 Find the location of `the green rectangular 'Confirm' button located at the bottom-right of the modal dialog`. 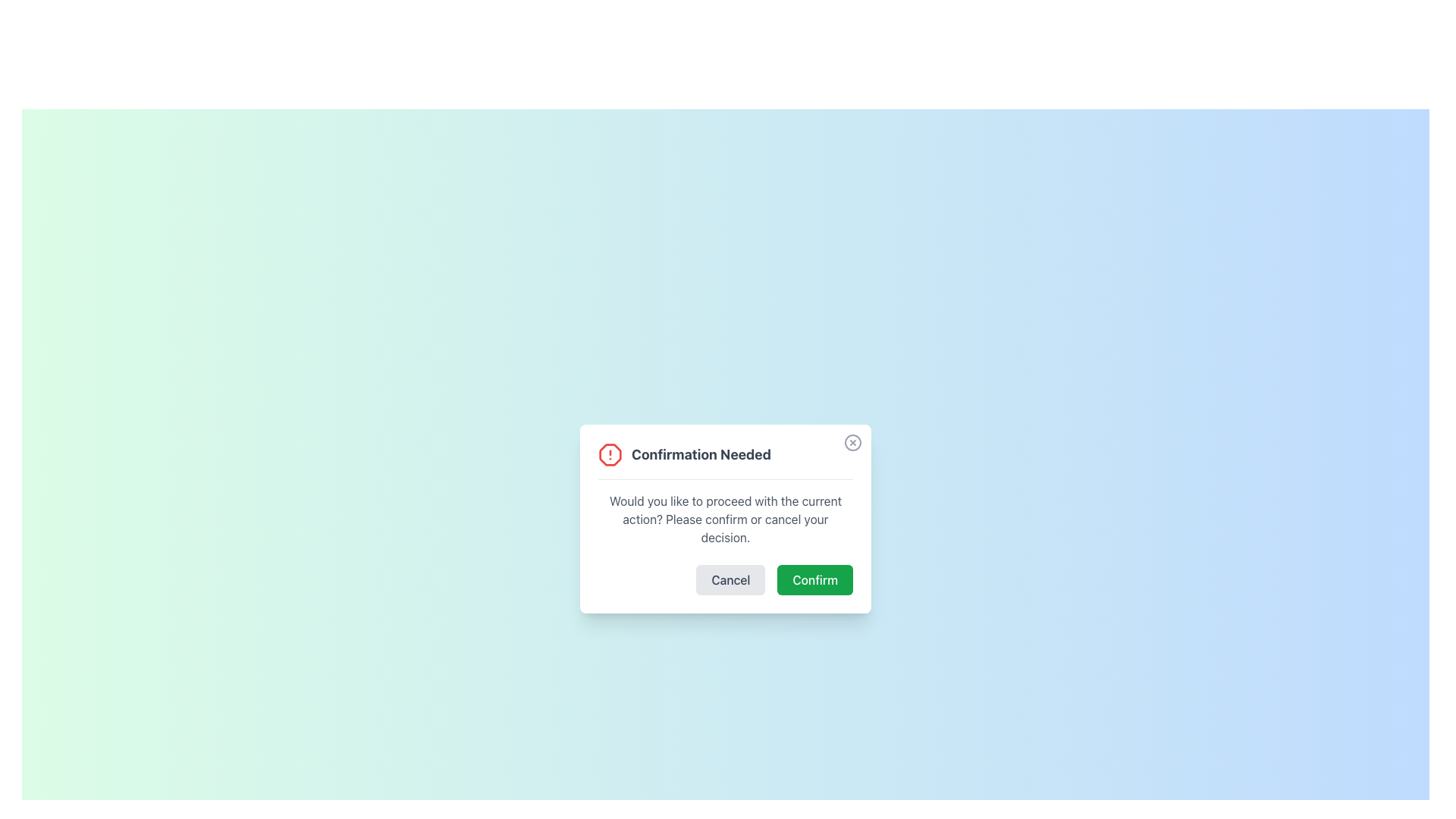

the green rectangular 'Confirm' button located at the bottom-right of the modal dialog is located at coordinates (814, 579).